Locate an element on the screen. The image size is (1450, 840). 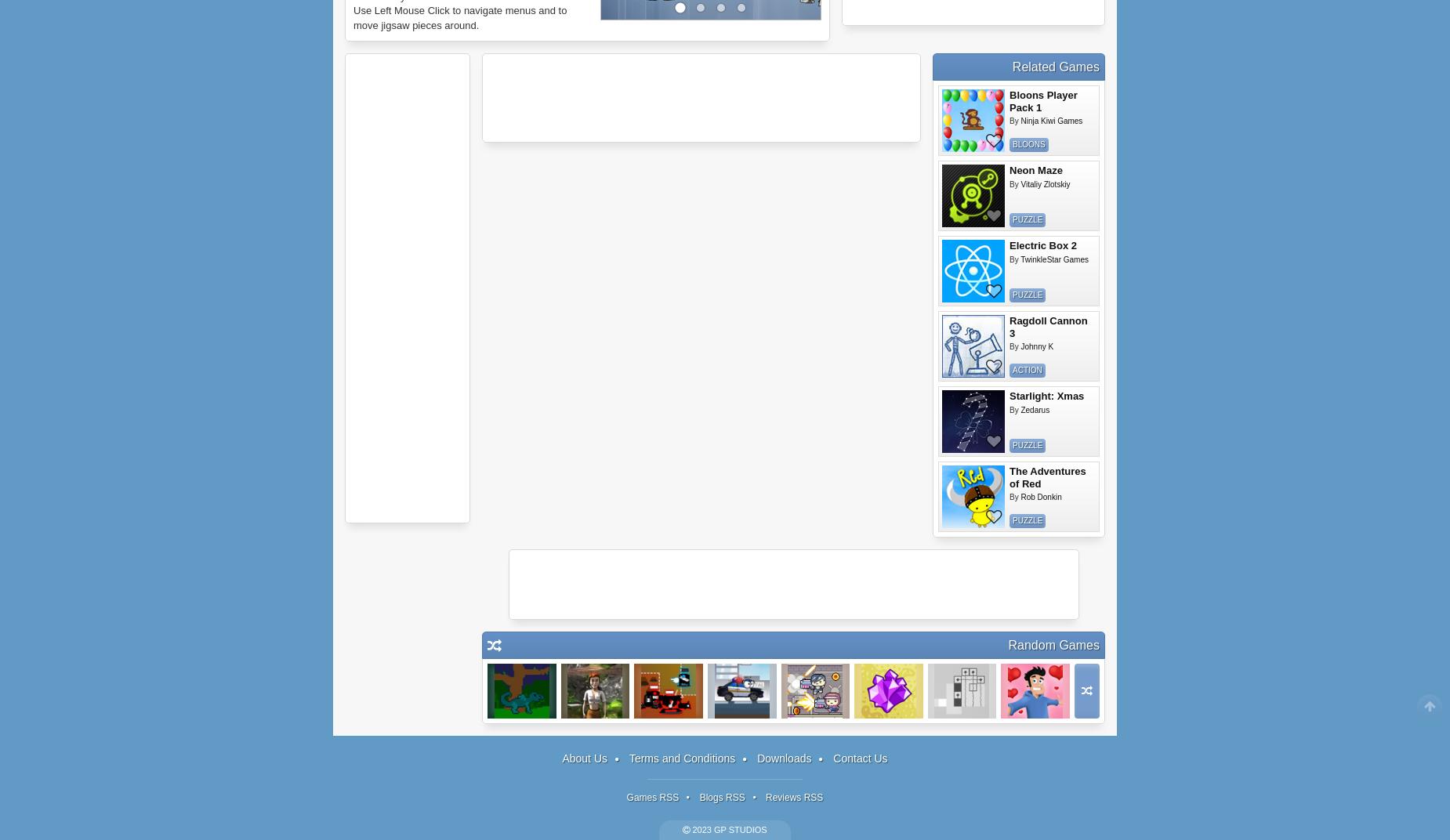
'Blogs RSS' is located at coordinates (721, 797).